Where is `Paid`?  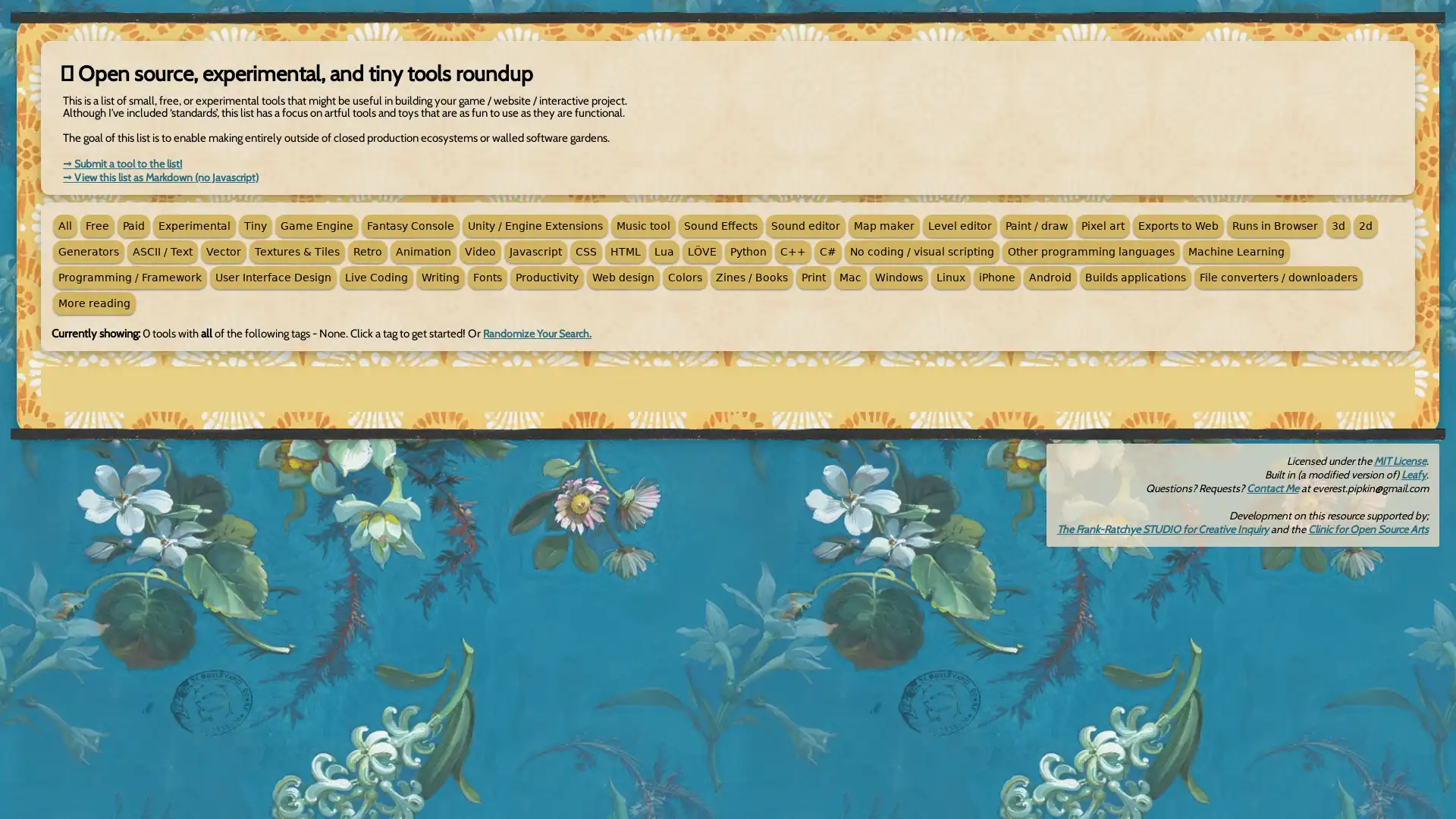
Paid is located at coordinates (133, 225).